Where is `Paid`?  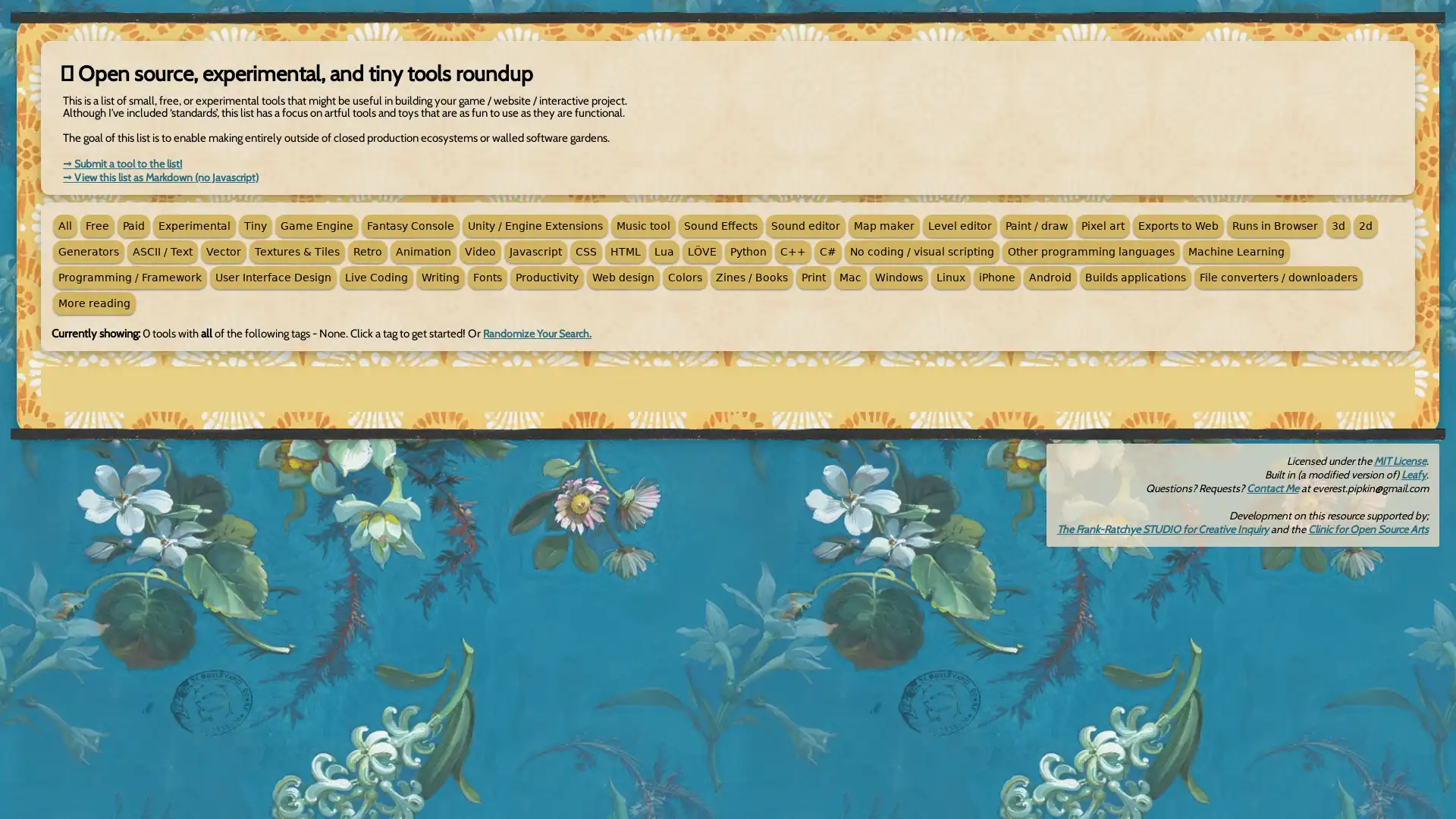
Paid is located at coordinates (133, 225).